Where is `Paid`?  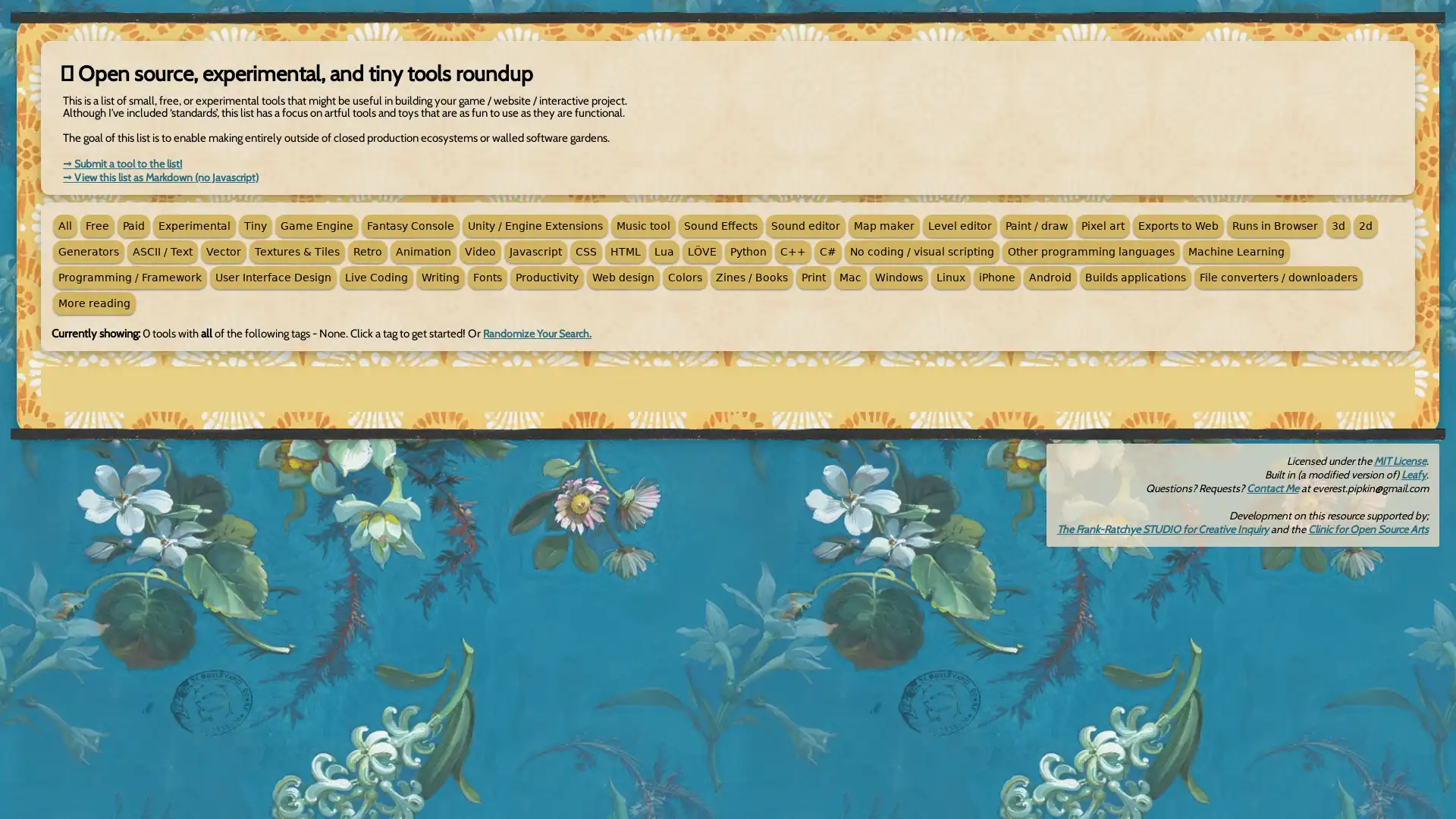
Paid is located at coordinates (133, 225).